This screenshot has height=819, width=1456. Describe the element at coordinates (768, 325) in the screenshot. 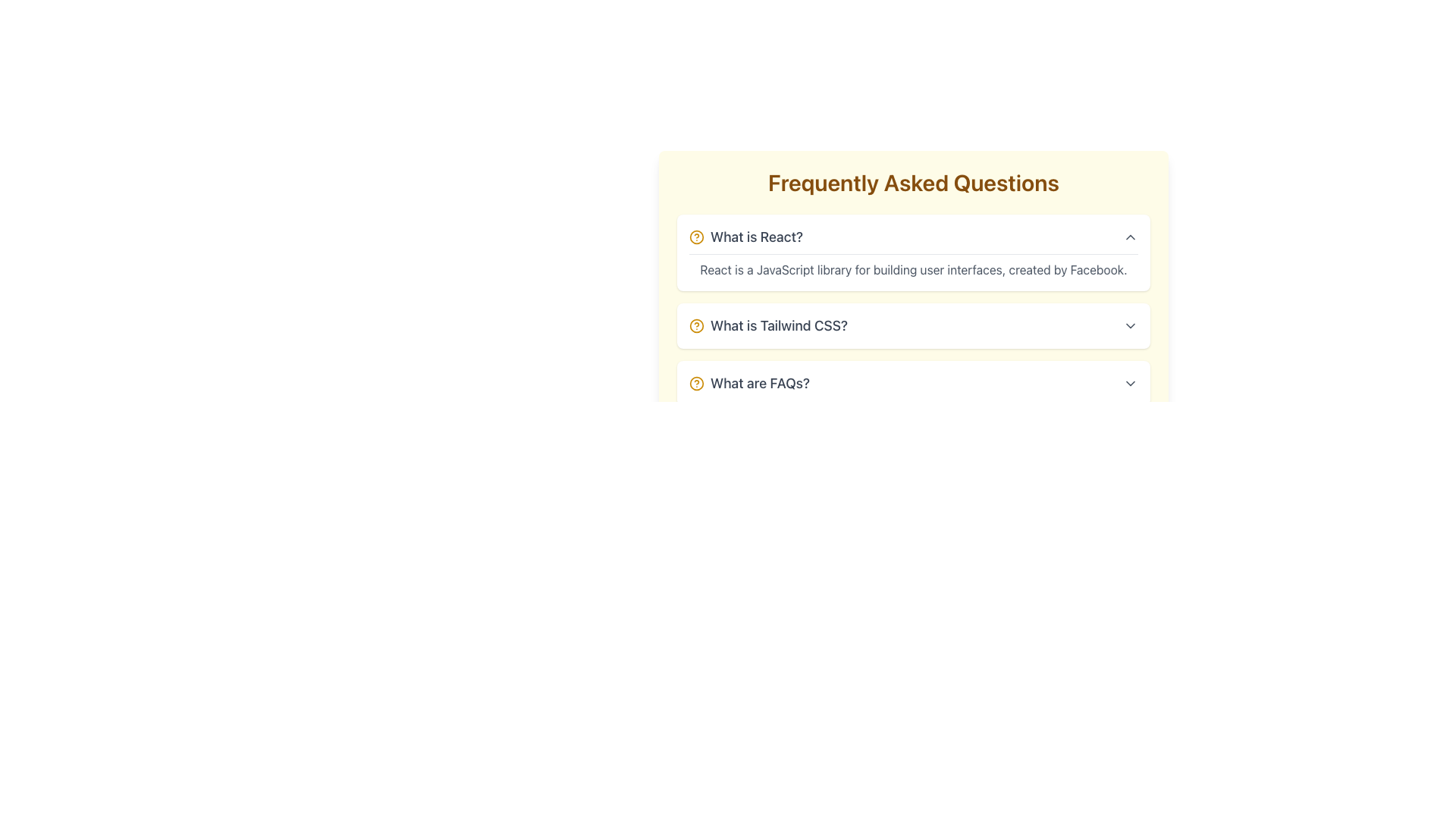

I see `the FAQ question text element that provides more information, located between 'What is React?' and 'What are FAQs?'` at that location.